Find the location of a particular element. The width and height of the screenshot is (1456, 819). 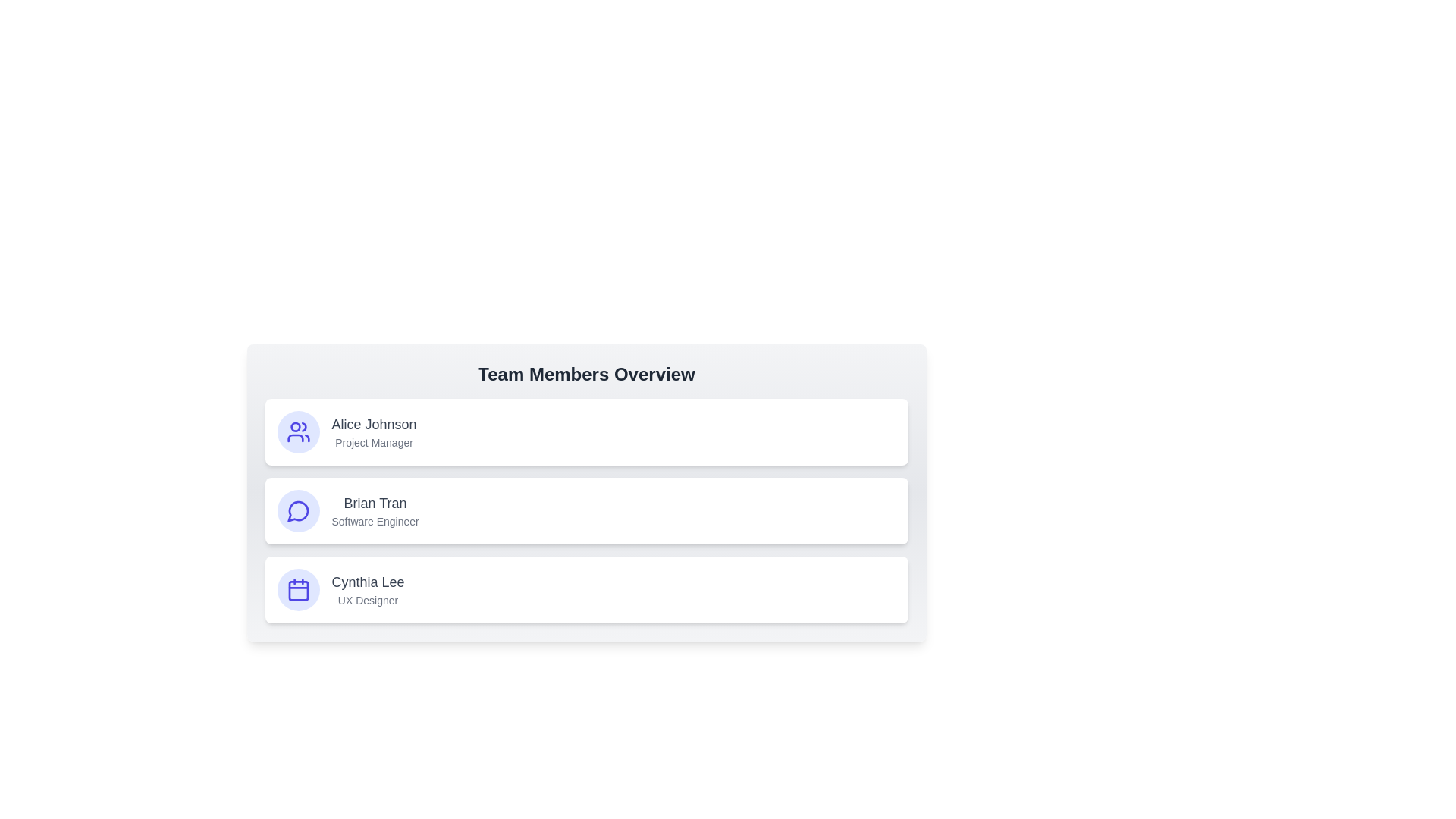

the card of the team member Cynthia Lee is located at coordinates (585, 589).